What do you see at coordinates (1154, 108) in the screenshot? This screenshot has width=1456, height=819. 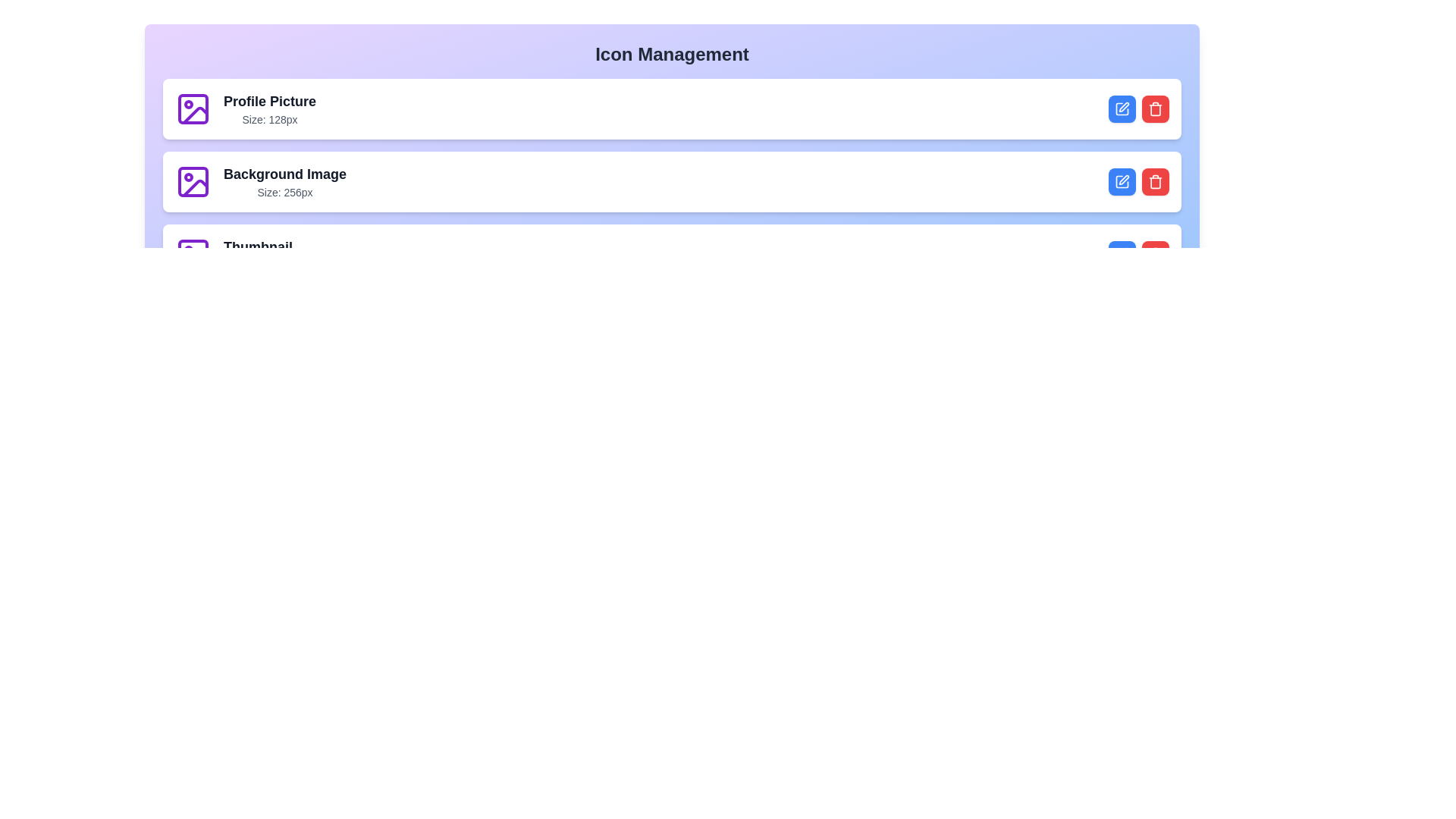 I see `the delete icon button located at the far-right of the second row of listed items to initiate a delete action for the 'Background Image' entry` at bounding box center [1154, 108].